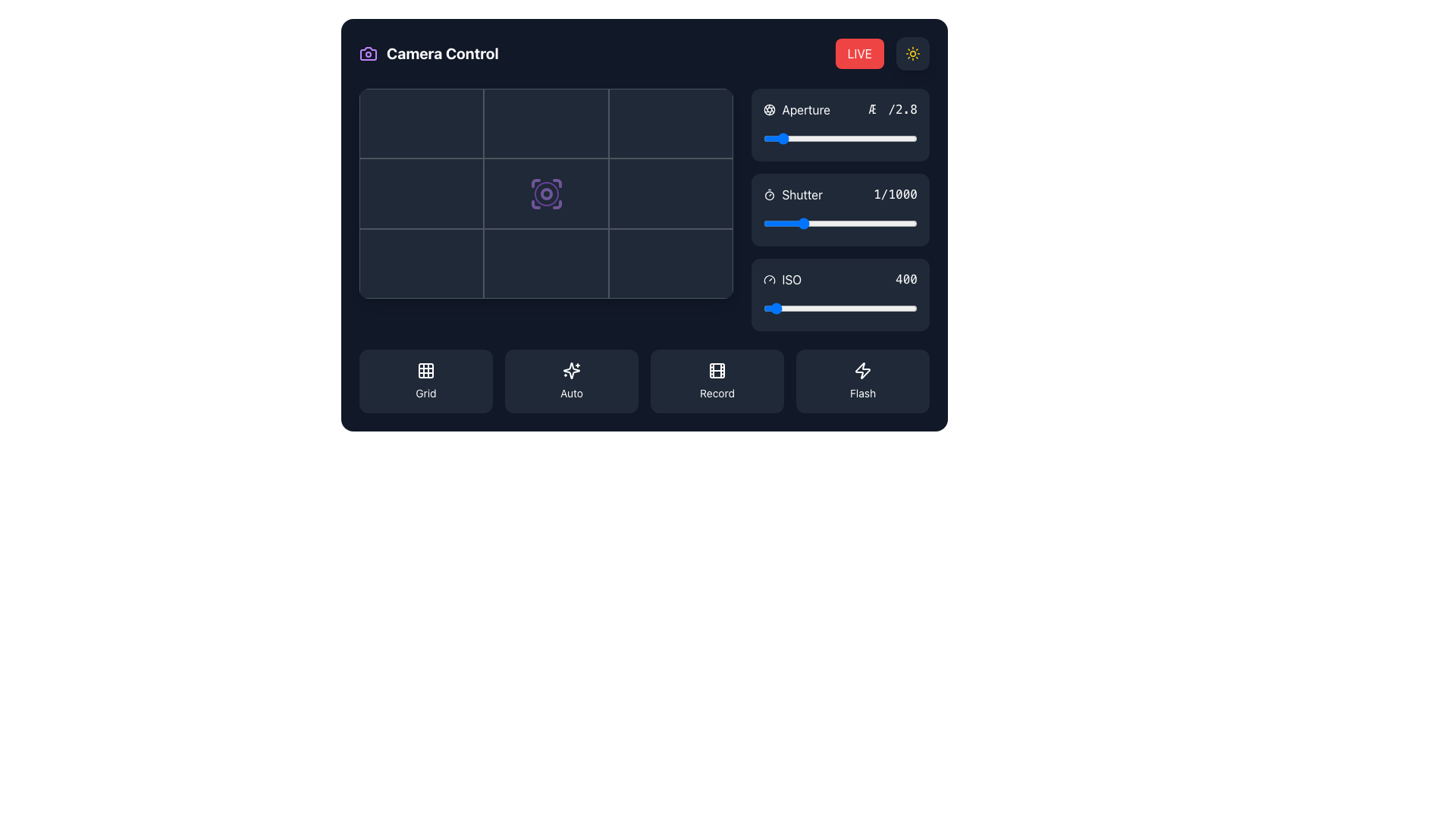 The width and height of the screenshot is (1456, 819). I want to click on the camera icon segment located in the top-left corner of the interface, which is part of the camera representation beside the 'Camera Control' label, so click(368, 52).